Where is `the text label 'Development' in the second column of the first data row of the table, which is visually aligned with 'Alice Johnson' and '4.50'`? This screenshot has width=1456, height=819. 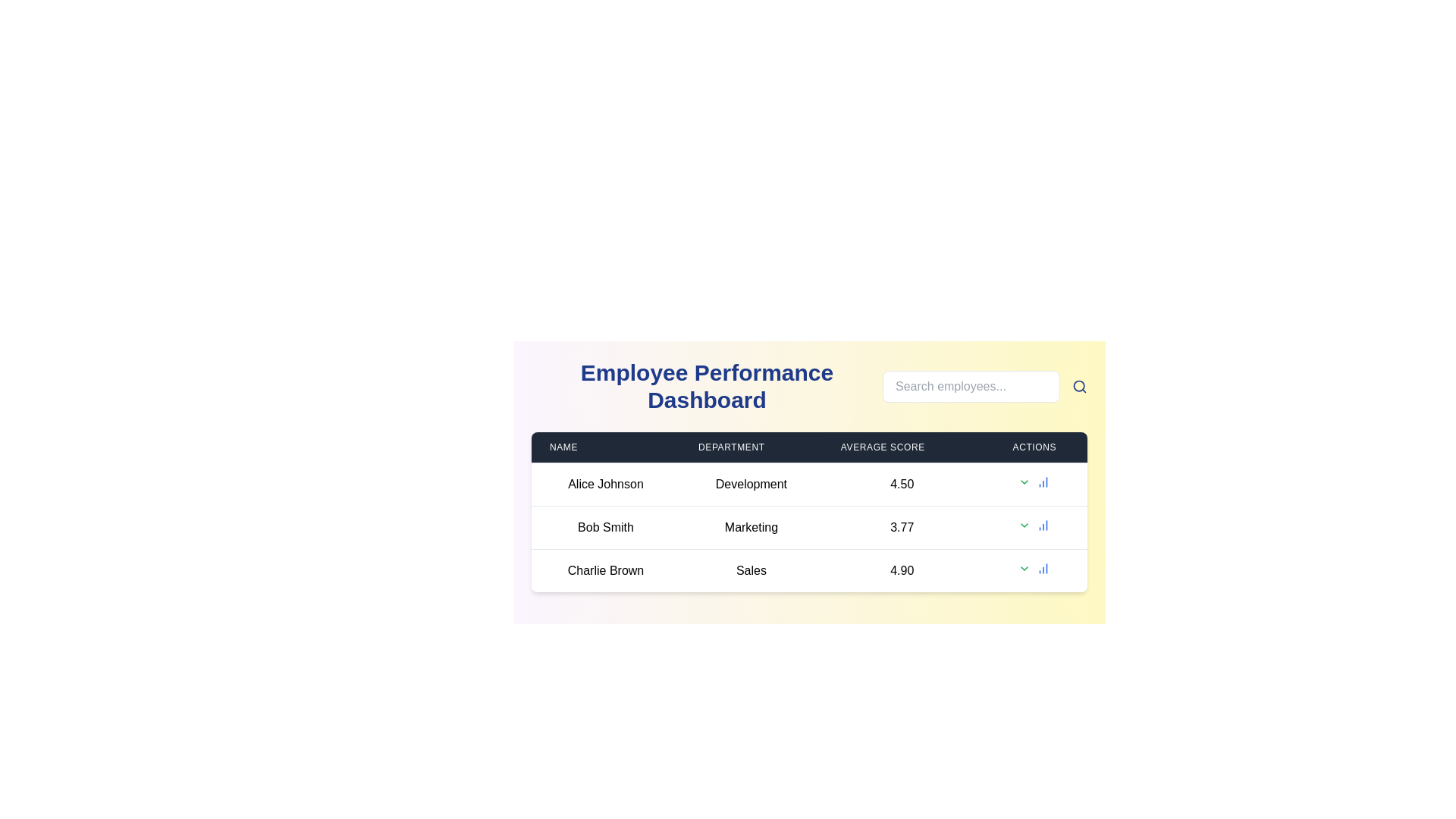 the text label 'Development' in the second column of the first data row of the table, which is visually aligned with 'Alice Johnson' and '4.50' is located at coordinates (751, 485).